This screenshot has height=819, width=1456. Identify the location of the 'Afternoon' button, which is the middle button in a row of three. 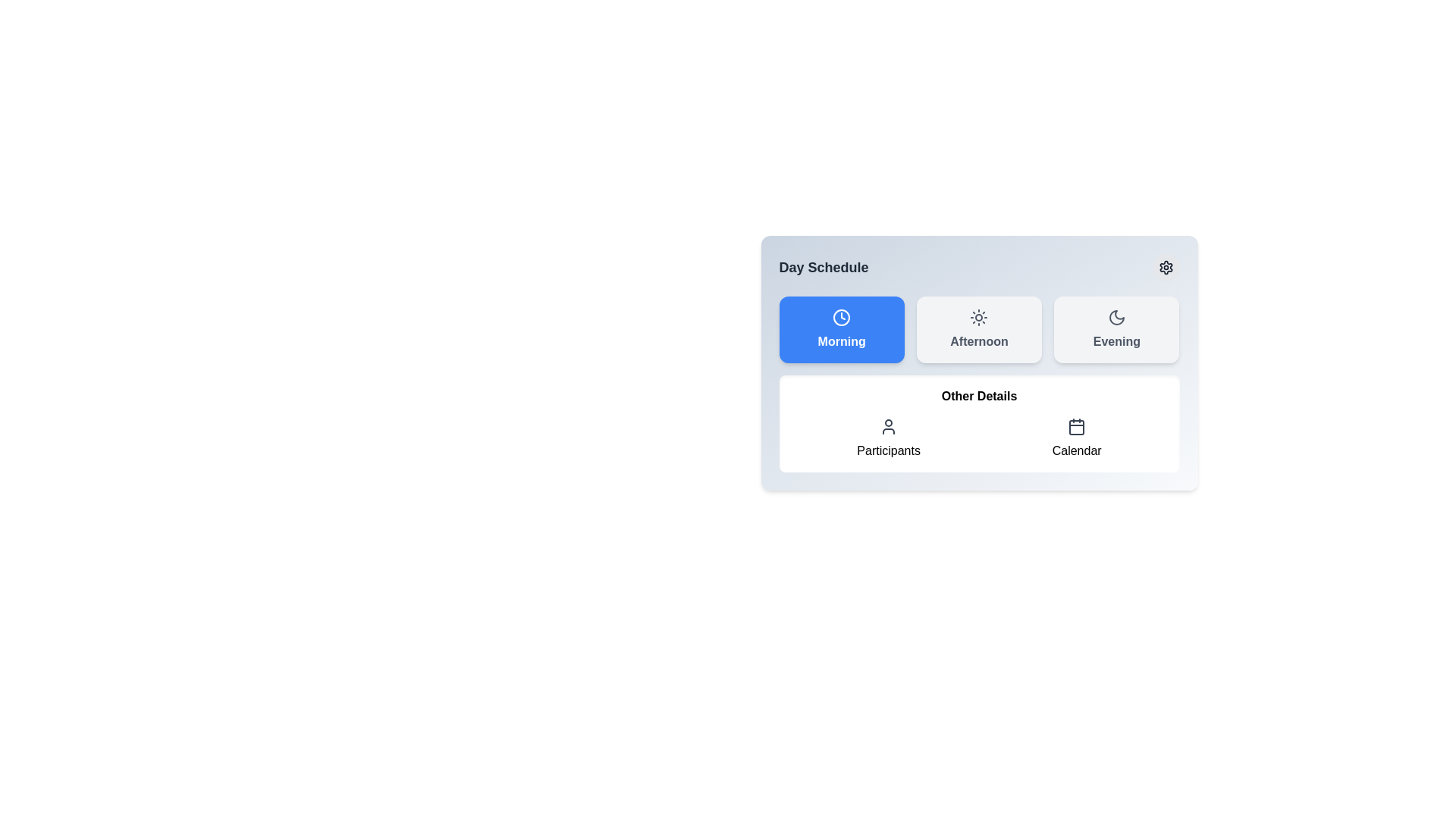
(979, 329).